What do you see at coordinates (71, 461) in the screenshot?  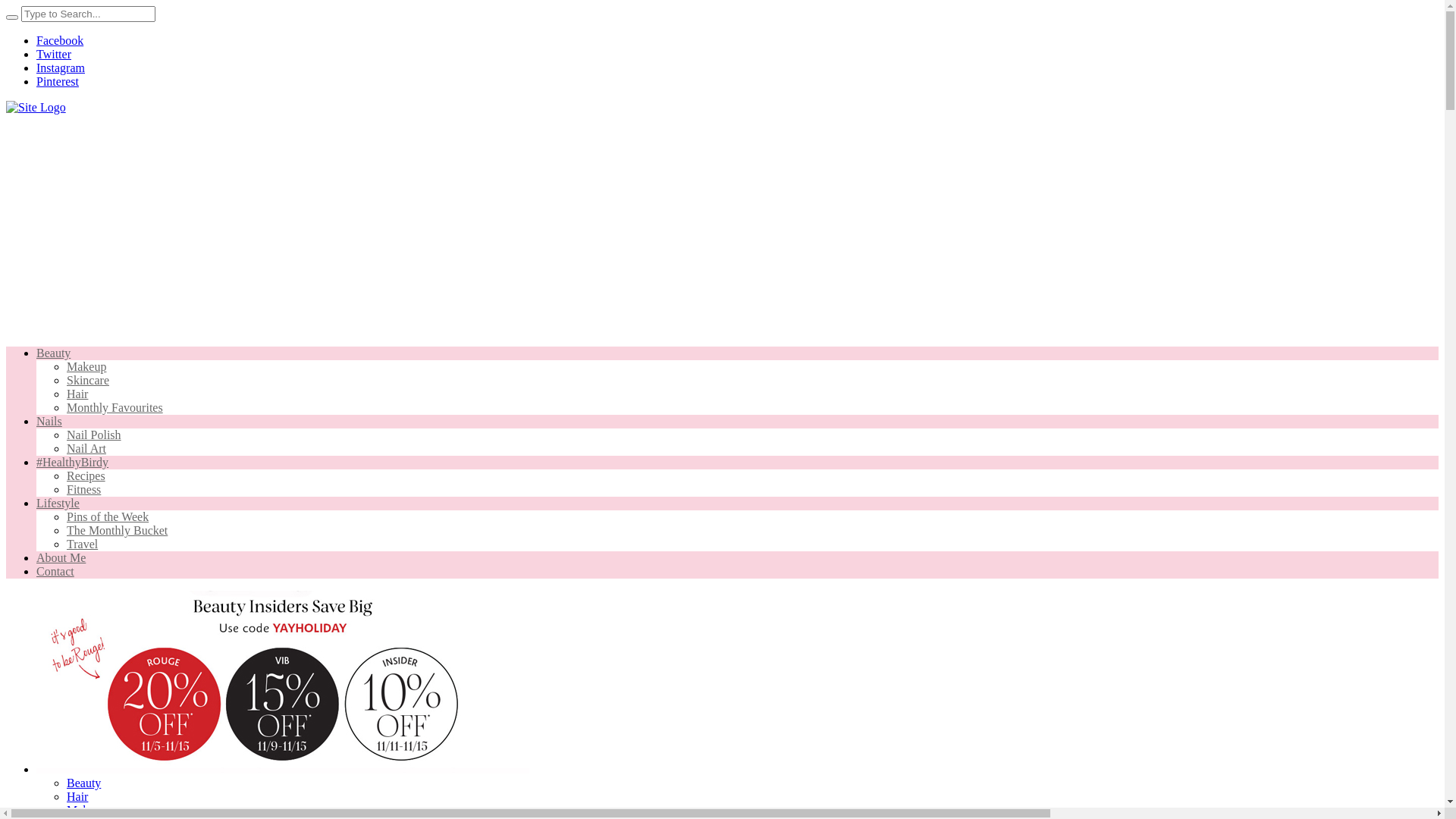 I see `'#HealthyBirdy'` at bounding box center [71, 461].